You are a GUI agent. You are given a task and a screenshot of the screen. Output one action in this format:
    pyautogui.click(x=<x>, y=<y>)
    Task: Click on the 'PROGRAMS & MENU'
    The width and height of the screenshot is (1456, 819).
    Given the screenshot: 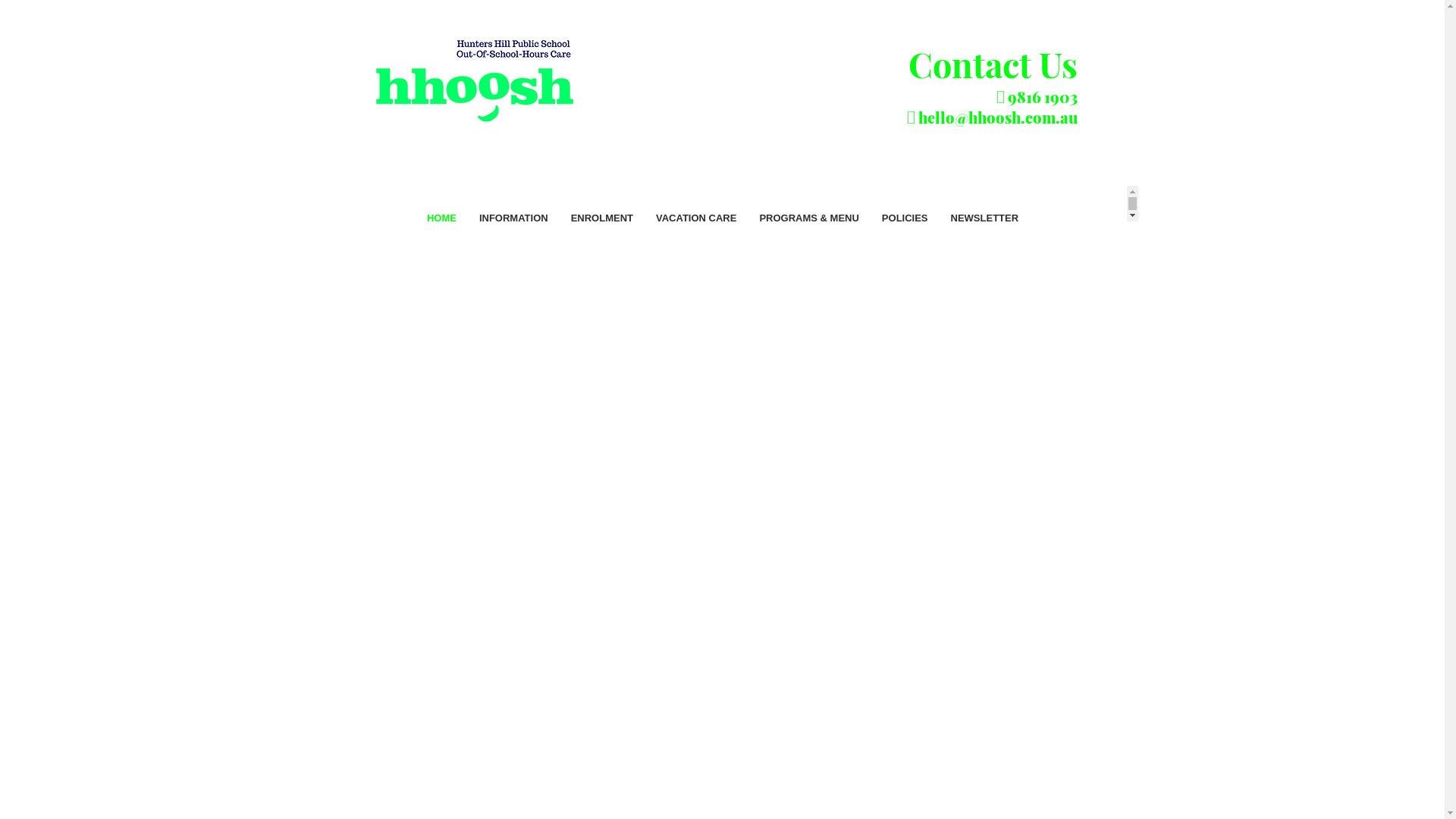 What is the action you would take?
    pyautogui.click(x=808, y=231)
    